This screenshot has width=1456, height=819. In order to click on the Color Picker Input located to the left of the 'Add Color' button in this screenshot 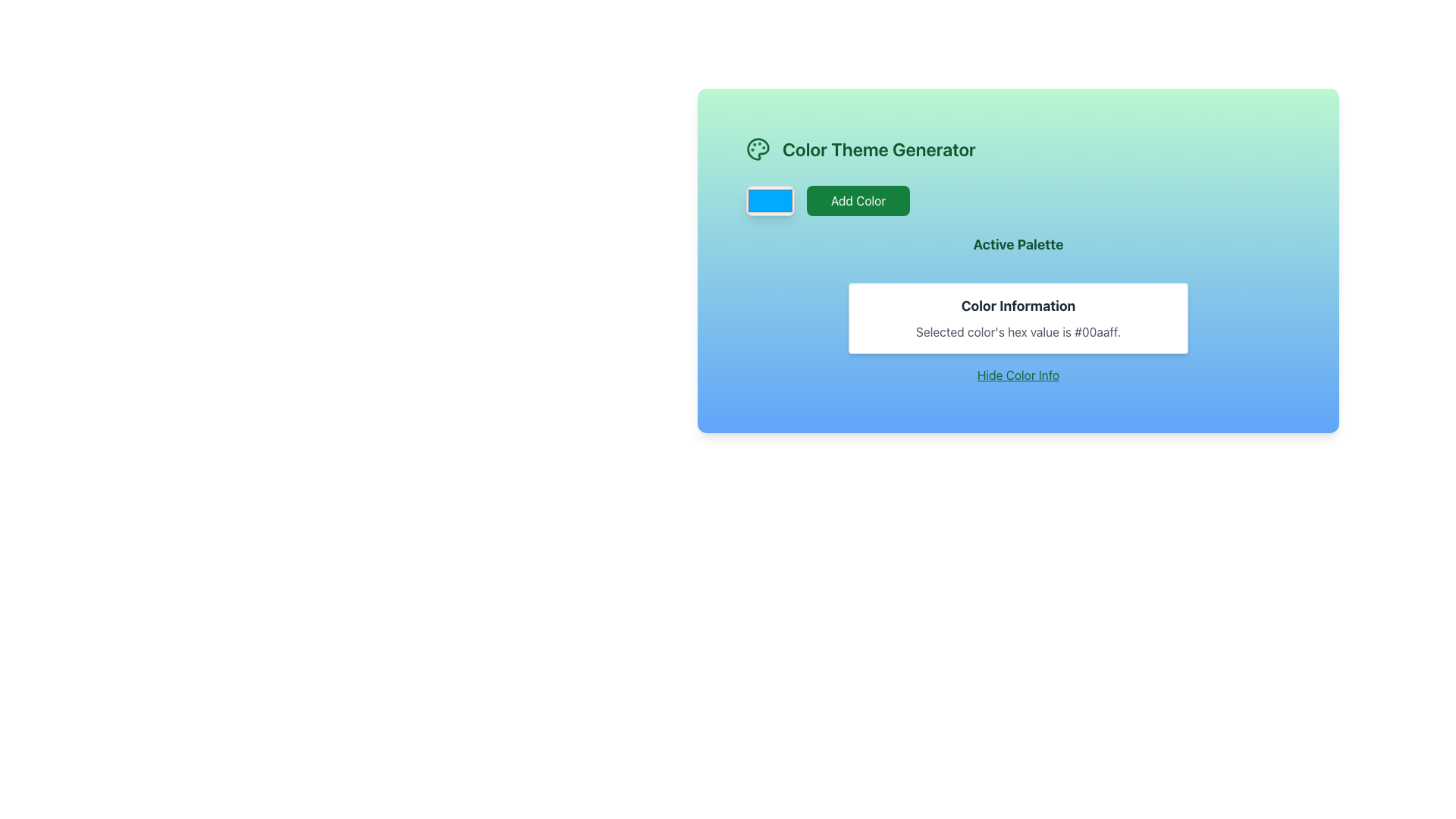, I will do `click(770, 200)`.